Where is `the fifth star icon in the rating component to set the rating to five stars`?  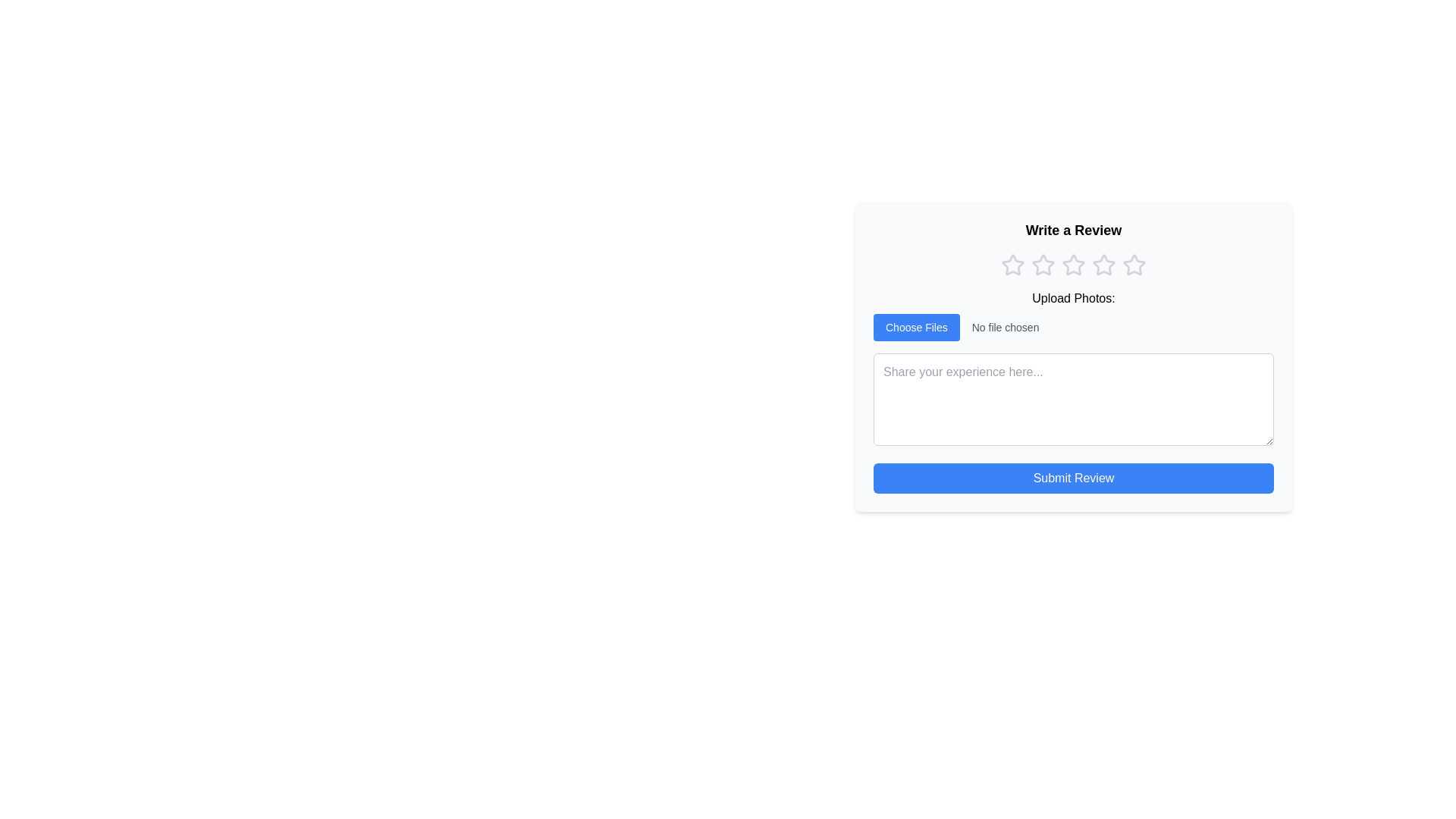
the fifth star icon in the rating component to set the rating to five stars is located at coordinates (1133, 263).